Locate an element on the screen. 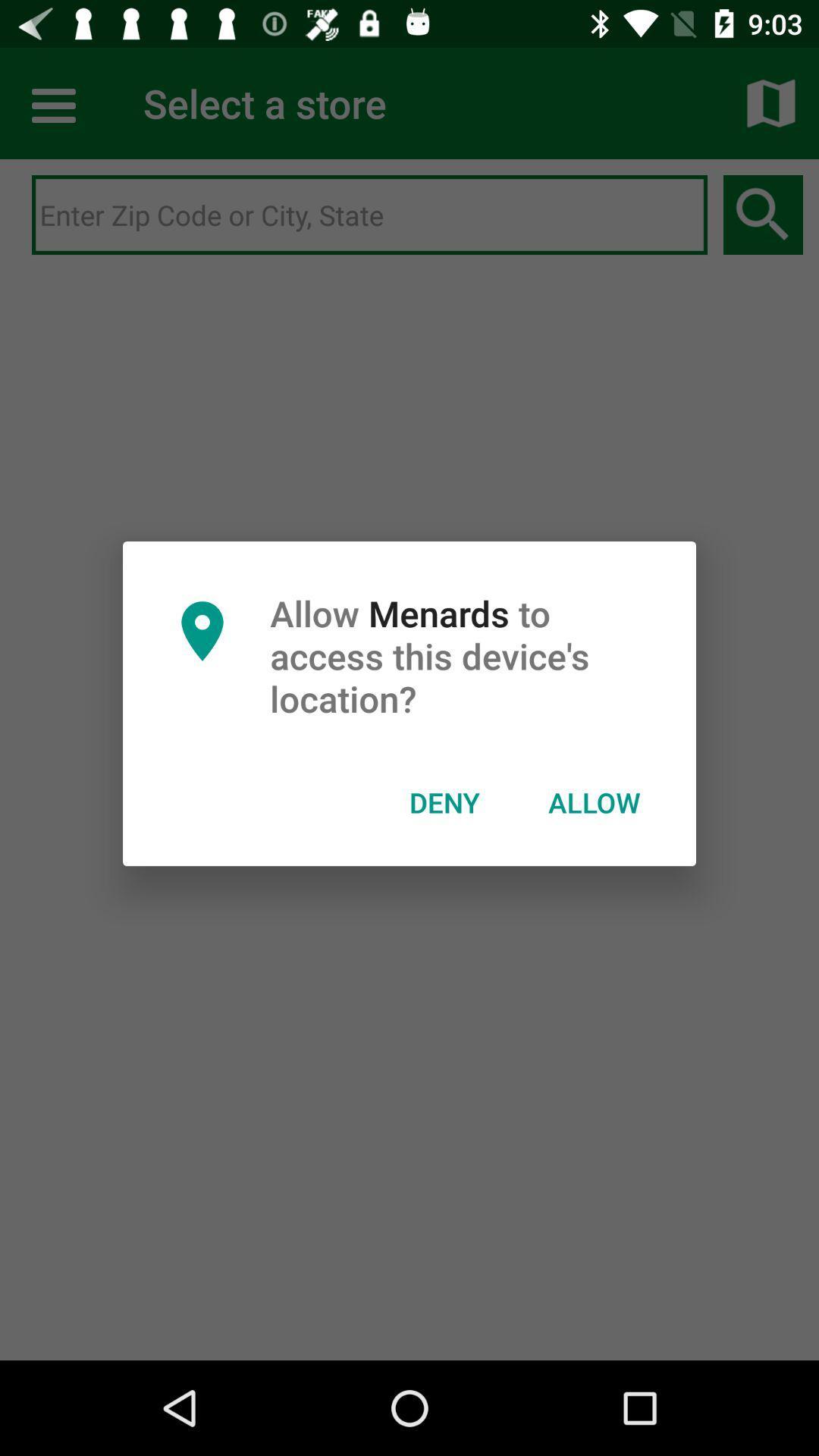  the search icon is located at coordinates (763, 215).